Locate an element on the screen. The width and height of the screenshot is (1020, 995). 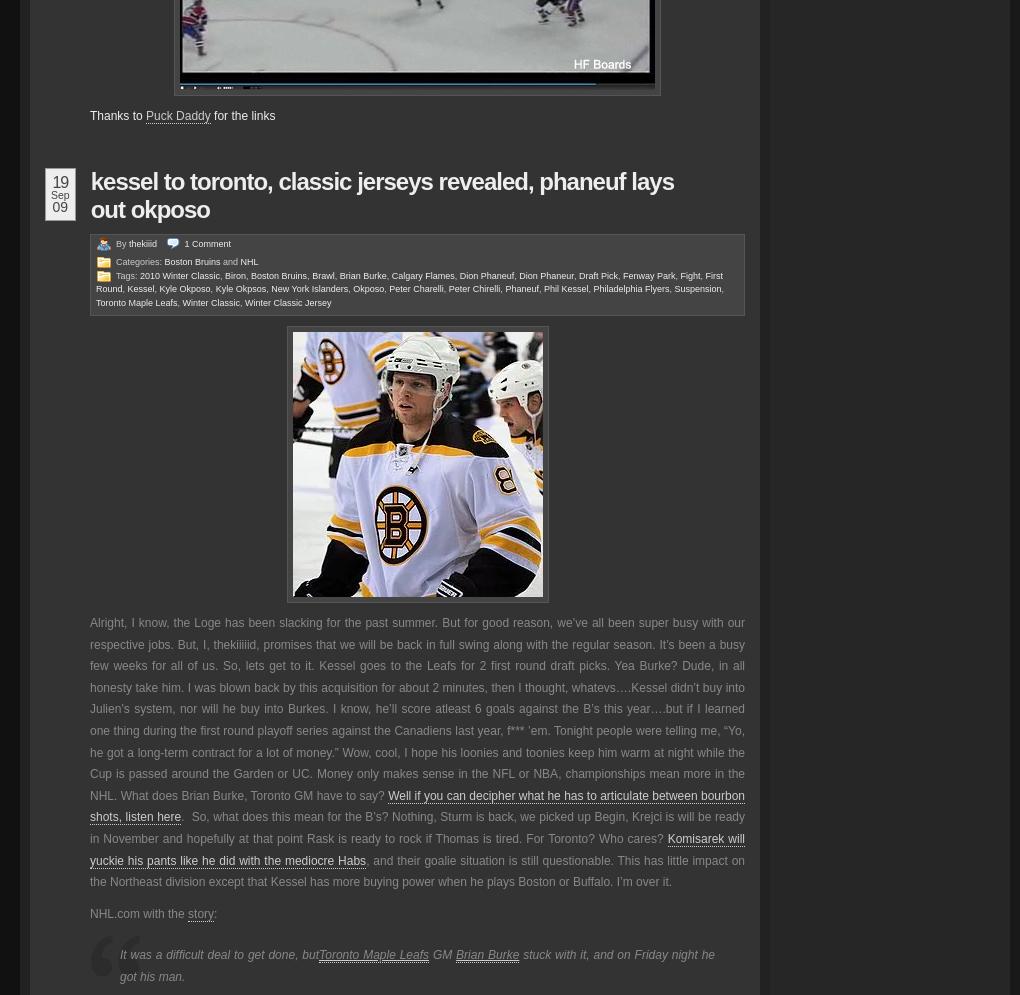
'Alright, I know, the Loge has been slacking for the past summer. But for good reason, we’ve all been super busy with our respective jobs. But, I, thekiiiiid, promises that we will be back in full swing along with the regular season. It’s been a busy few weeks for all of us. So, lets get to it. Kessel goes to the Leafs for 2 first round draft picks. Yea Burke? Dude, in all honesty take him. I was blown back by this acquisition for about 2 minutes, then I thought, whatevs….Kessel didn’t buy into Julien’s system, nor will he buy into Burkes. I know, he’ll score atleast 6 goals against the B’s this year….but if I learned one thing during the first round playoff series against the Canadiens last year, f*** ’em. Tonight people were telling me, “Yo, he got a long-term contract for a lot of money.” Wow, cool, I hope his loonies and toonies keep him warm at night while the Cup is passed around the Garden or UC. Money only makes sense in the NFL or NBA, championships mean more in the NHL. What does Brian Burke, Toronto GM have to say?' is located at coordinates (417, 709).